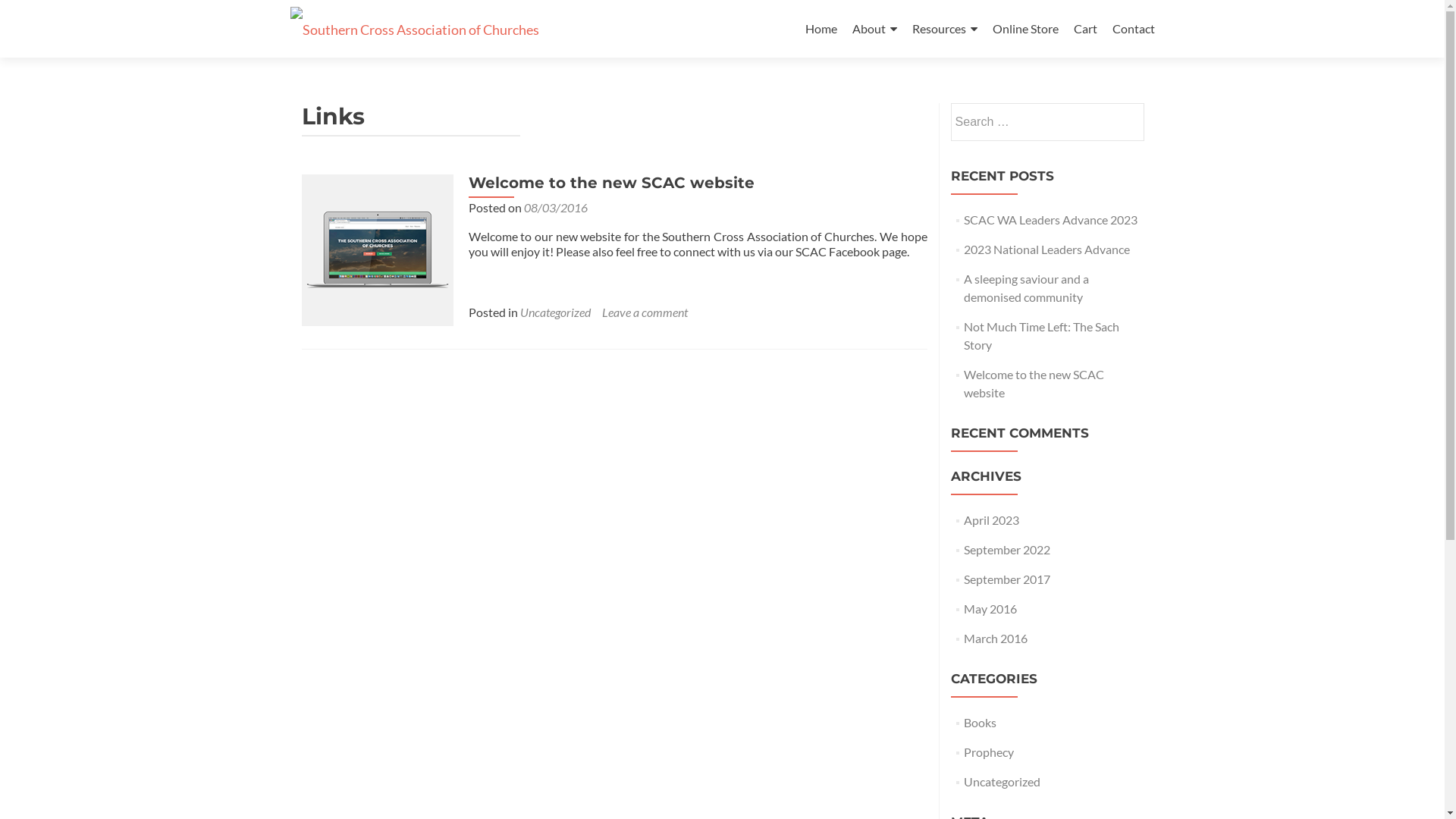  I want to click on 'Books', so click(980, 721).